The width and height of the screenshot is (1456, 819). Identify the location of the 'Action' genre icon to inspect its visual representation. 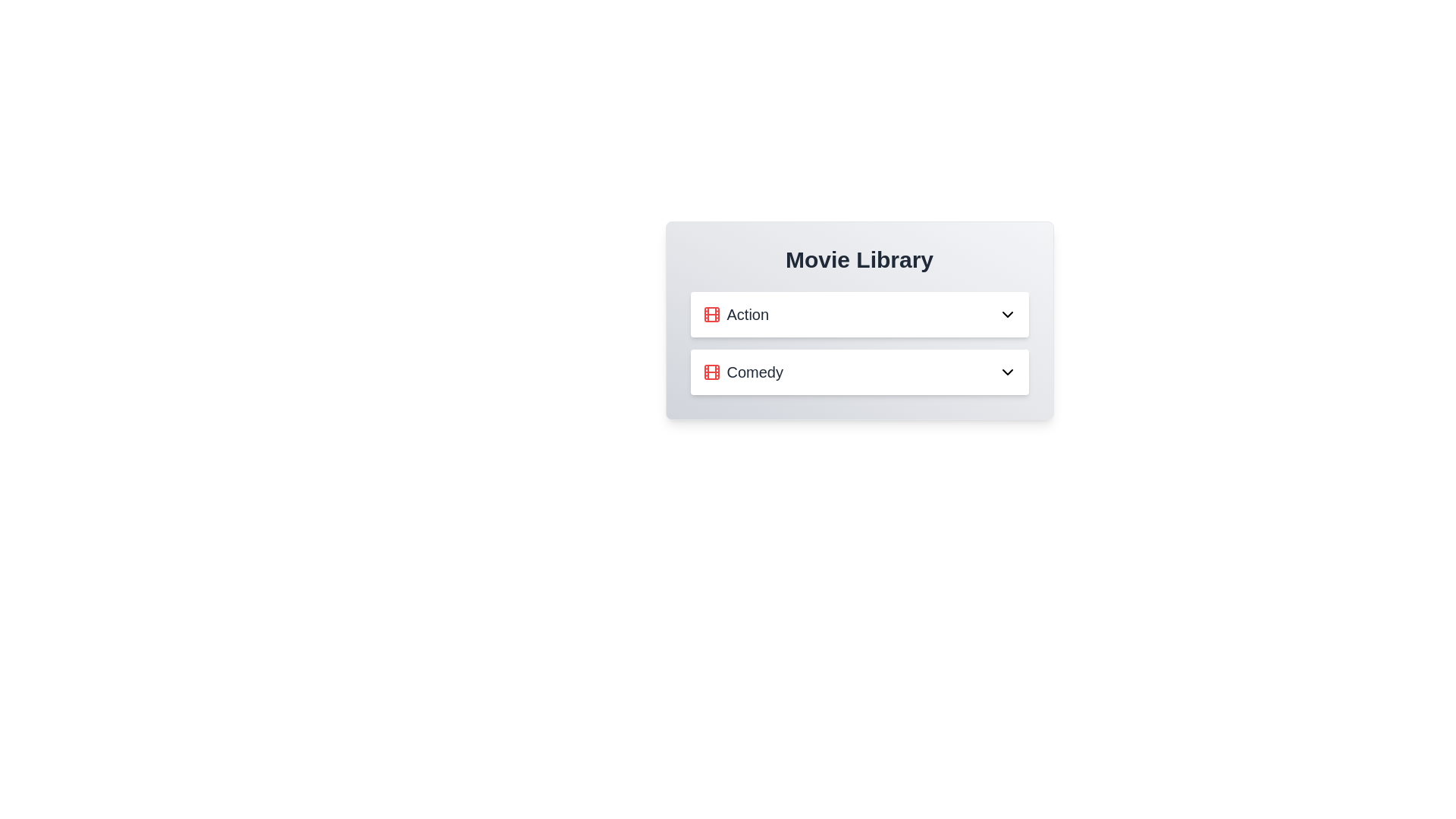
(711, 314).